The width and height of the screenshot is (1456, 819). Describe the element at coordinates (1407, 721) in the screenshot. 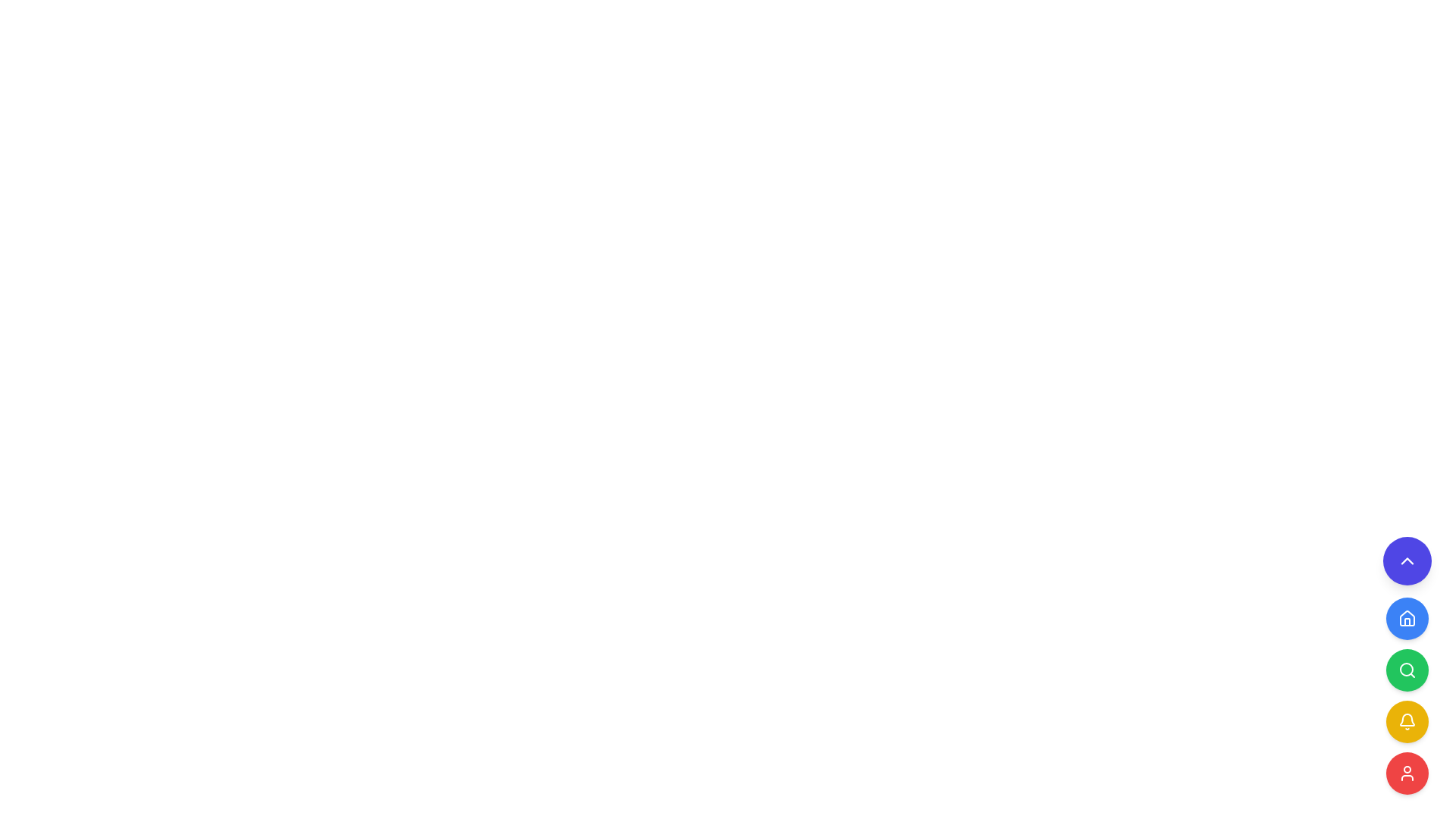

I see `the circular button with a bright yellow background and white bell icon, positioned fourth in a vertical sequence of buttons` at that location.